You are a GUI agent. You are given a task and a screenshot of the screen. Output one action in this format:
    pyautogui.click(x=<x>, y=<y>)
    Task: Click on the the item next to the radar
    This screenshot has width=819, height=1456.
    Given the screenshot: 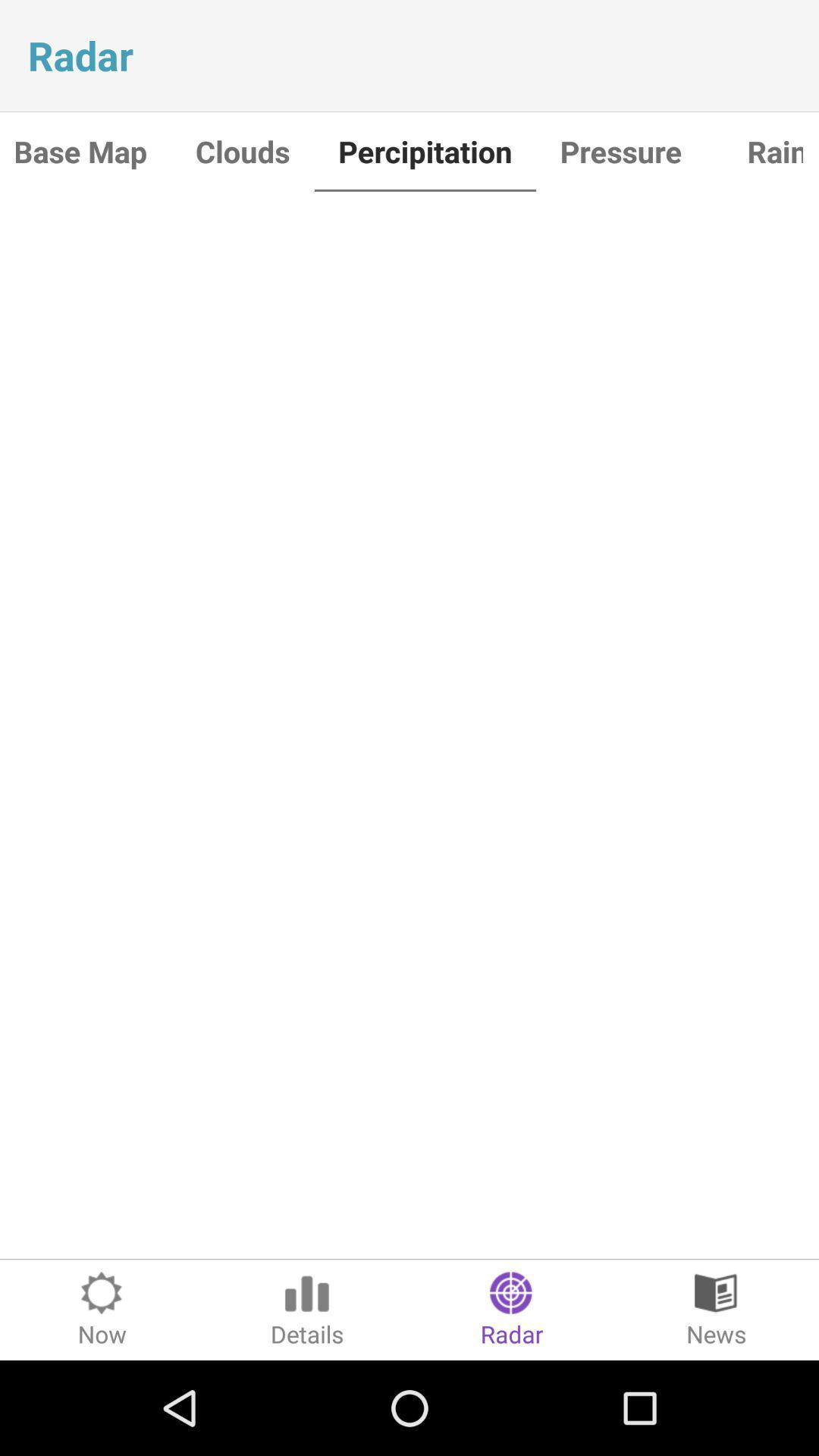 What is the action you would take?
    pyautogui.click(x=307, y=1309)
    